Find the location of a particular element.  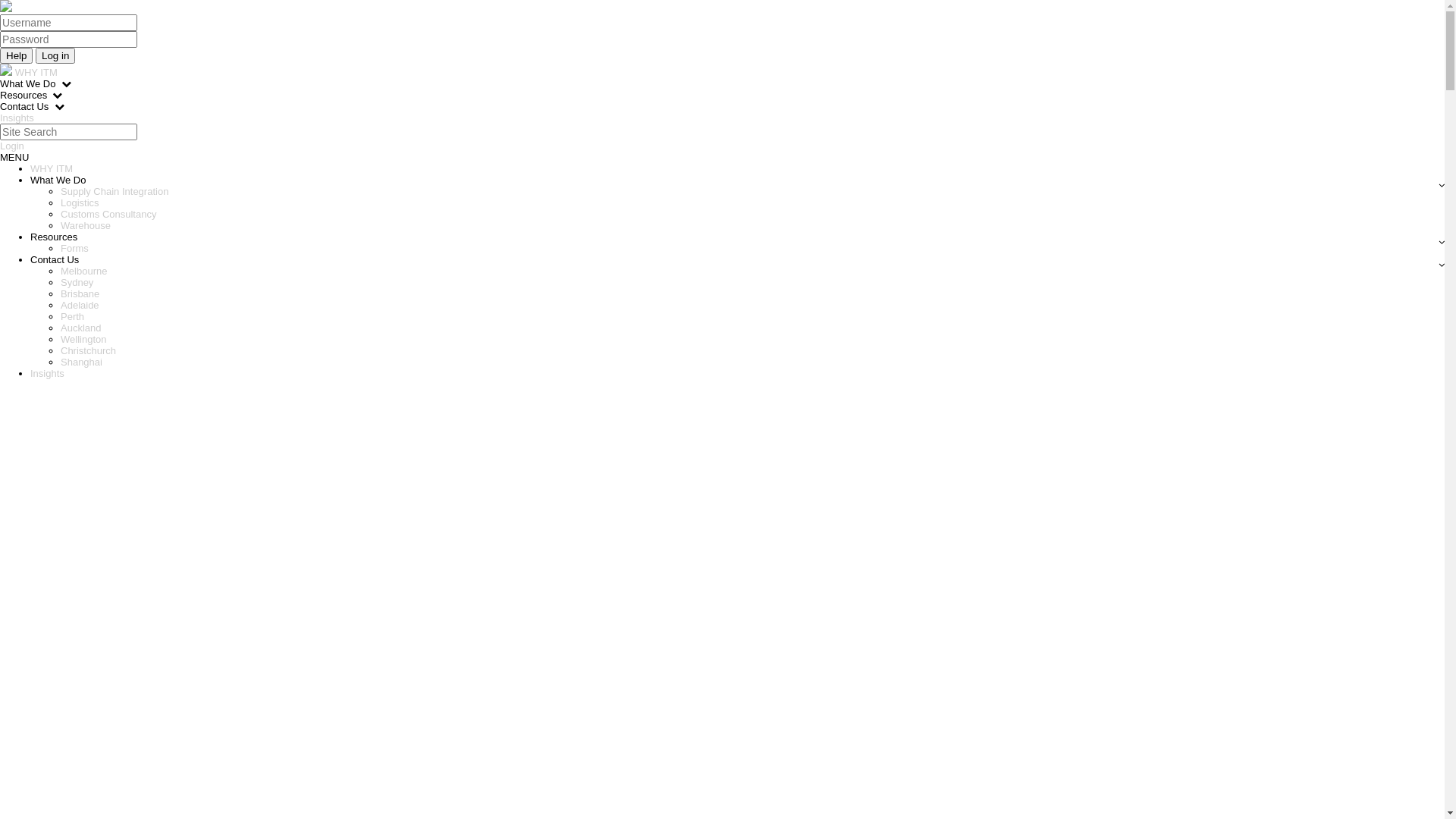

'Customs Consultancy' is located at coordinates (61, 214).